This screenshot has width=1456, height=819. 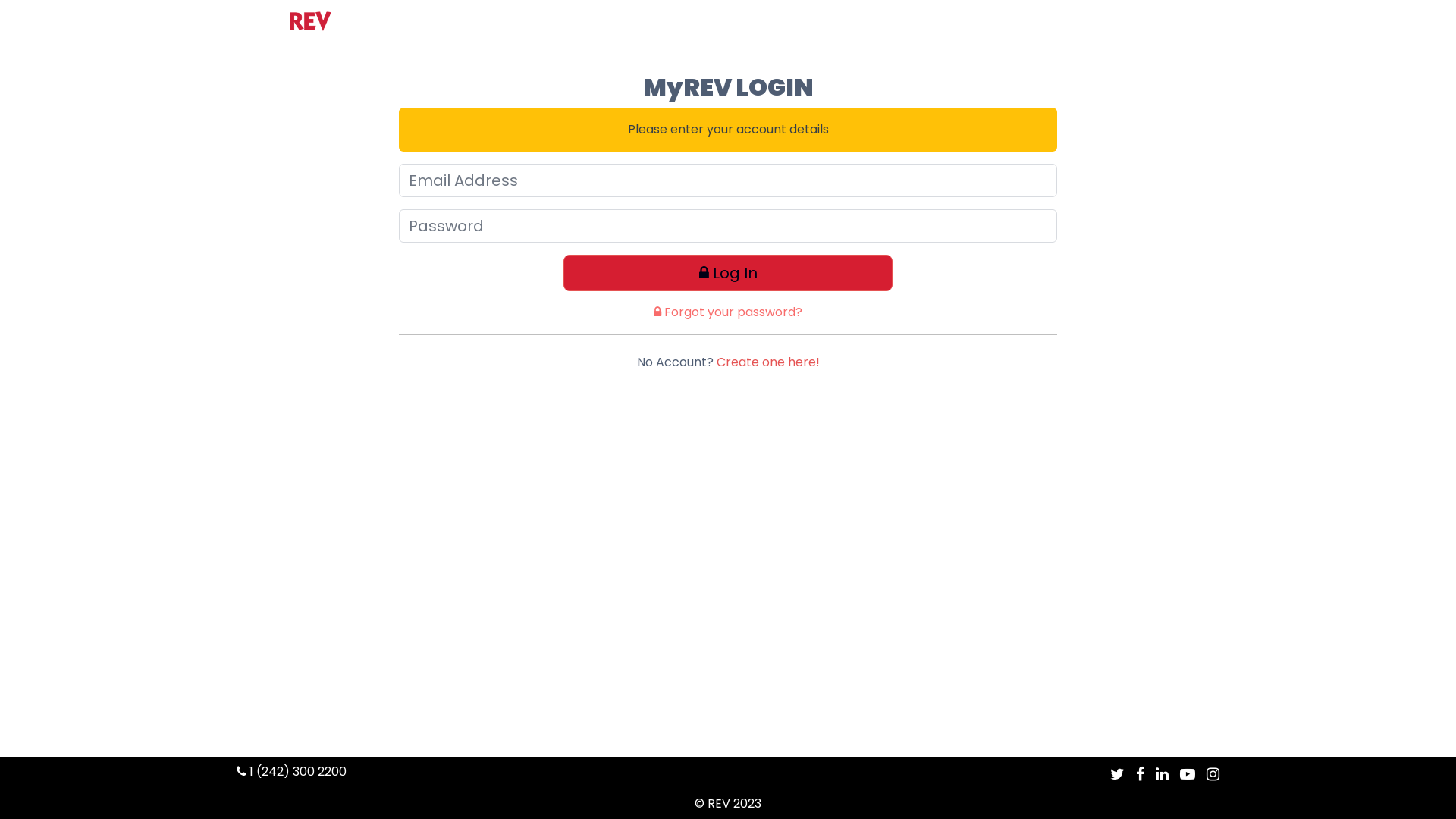 What do you see at coordinates (715, 362) in the screenshot?
I see `'Create one here!'` at bounding box center [715, 362].